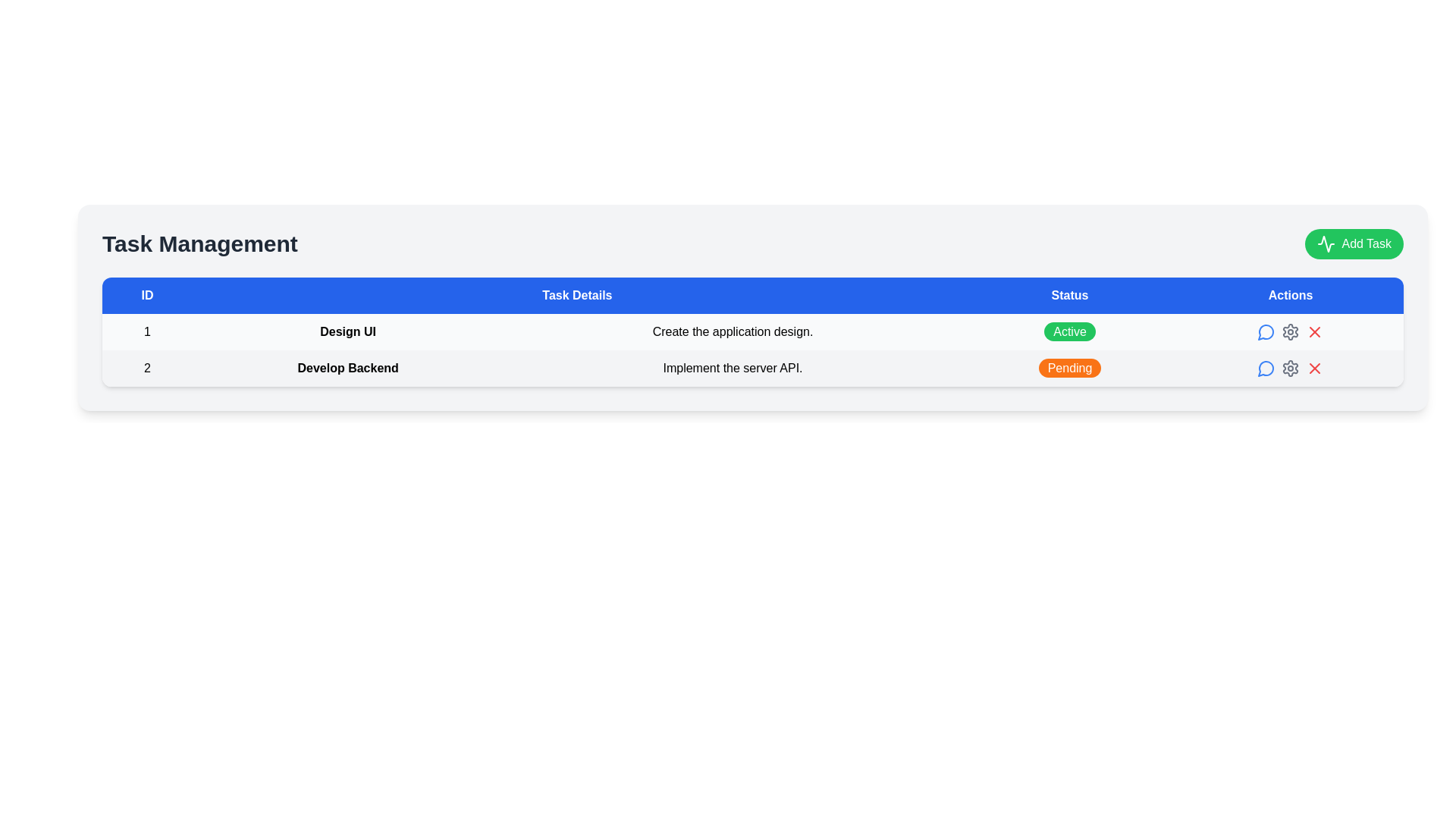 The image size is (1456, 819). What do you see at coordinates (1313, 331) in the screenshot?
I see `the delete icon in the 'Actions' column of the second row corresponding to the 'Develop Backend' task` at bounding box center [1313, 331].